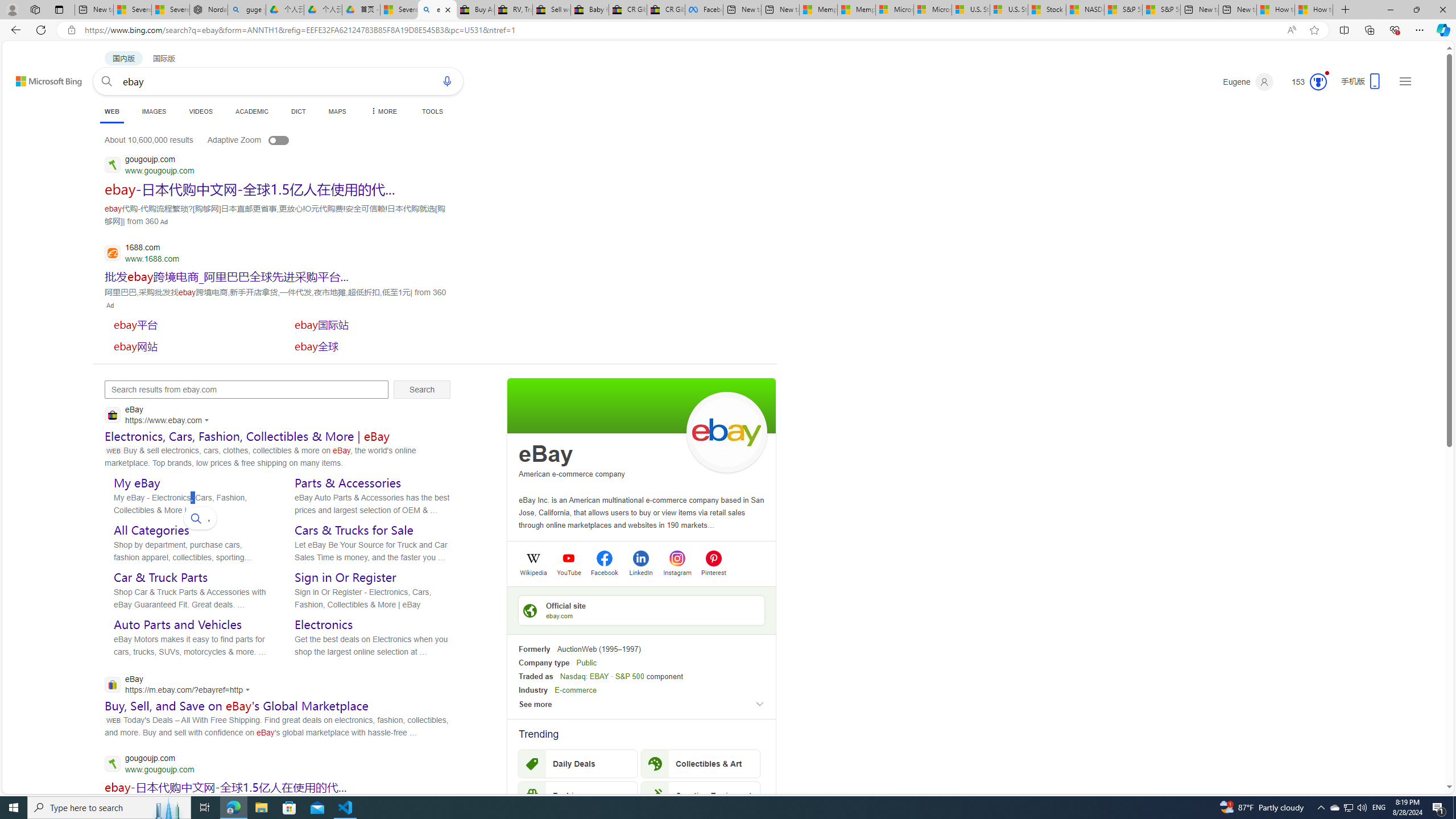  I want to click on 'Public', so click(586, 662).